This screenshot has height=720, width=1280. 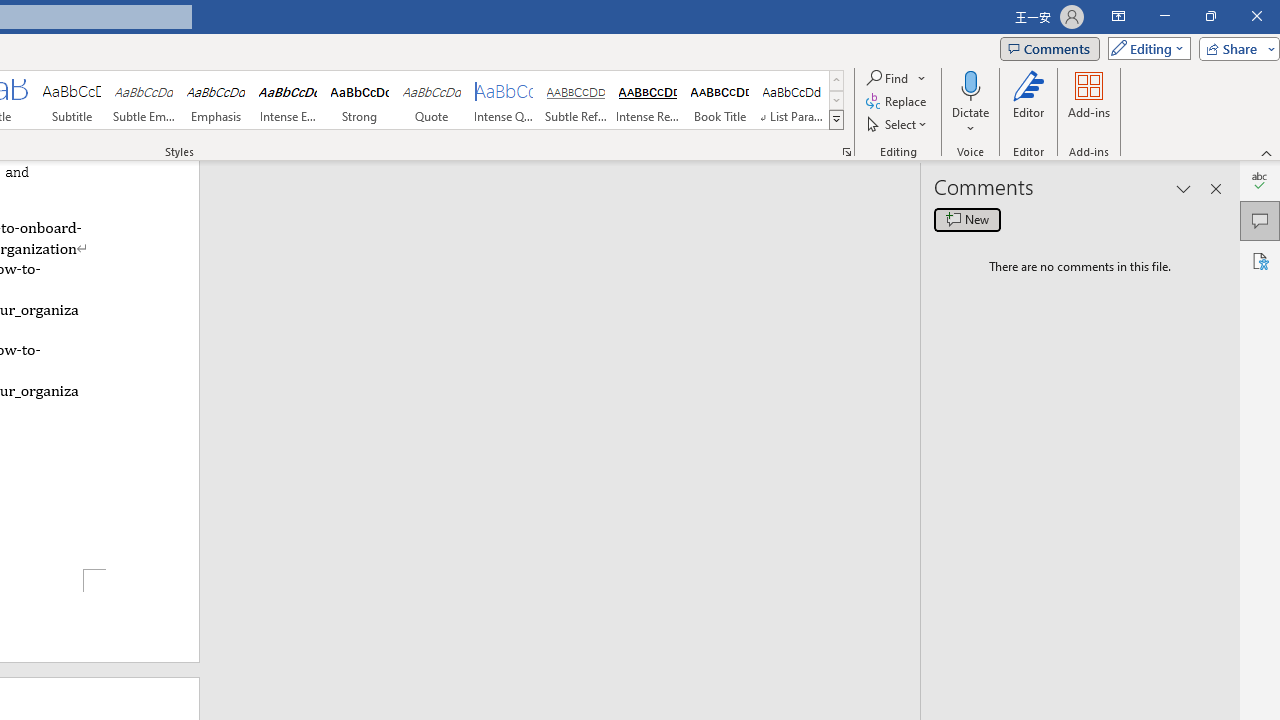 What do you see at coordinates (897, 124) in the screenshot?
I see `'Select'` at bounding box center [897, 124].